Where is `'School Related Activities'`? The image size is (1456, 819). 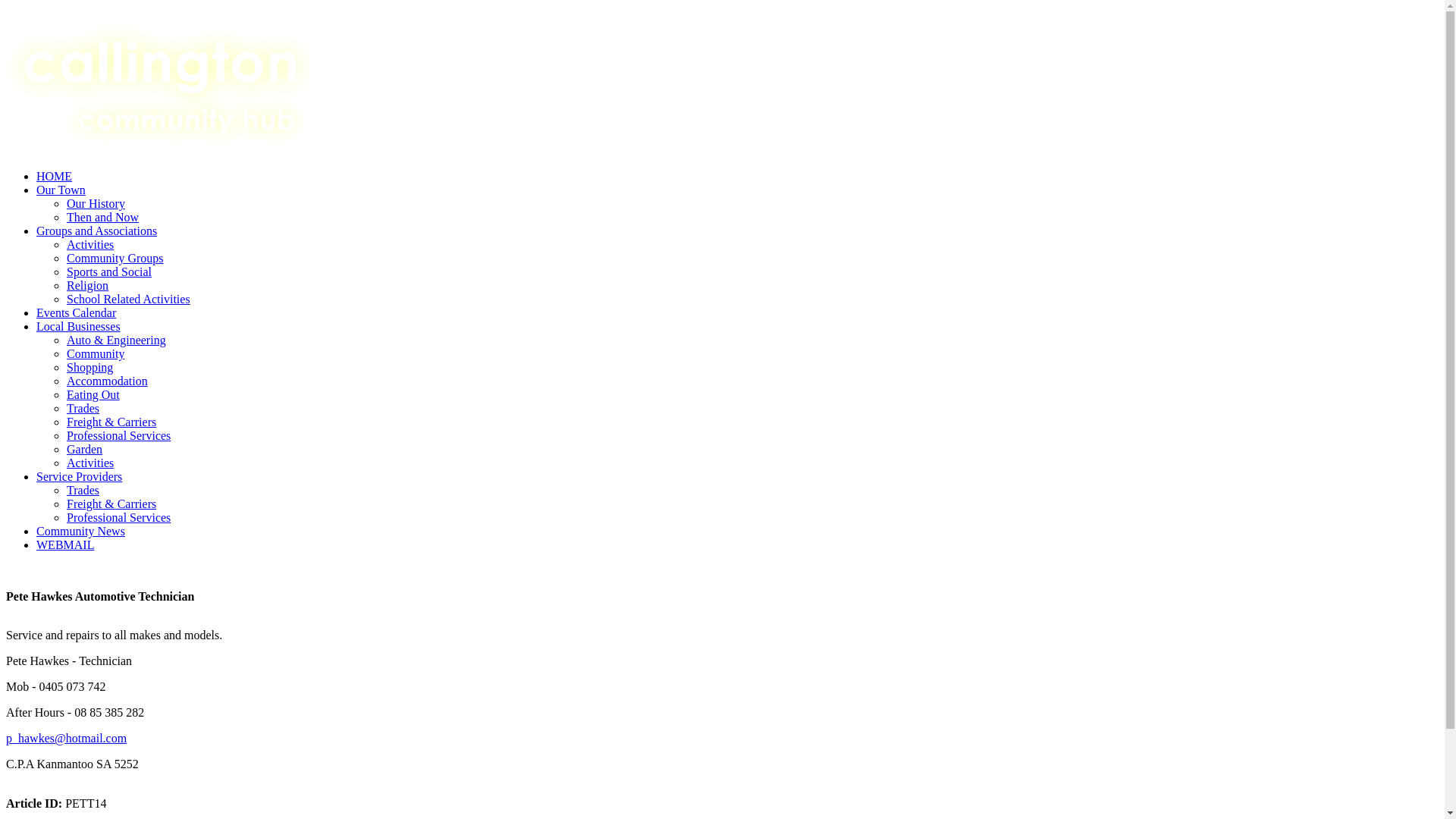
'School Related Activities' is located at coordinates (128, 299).